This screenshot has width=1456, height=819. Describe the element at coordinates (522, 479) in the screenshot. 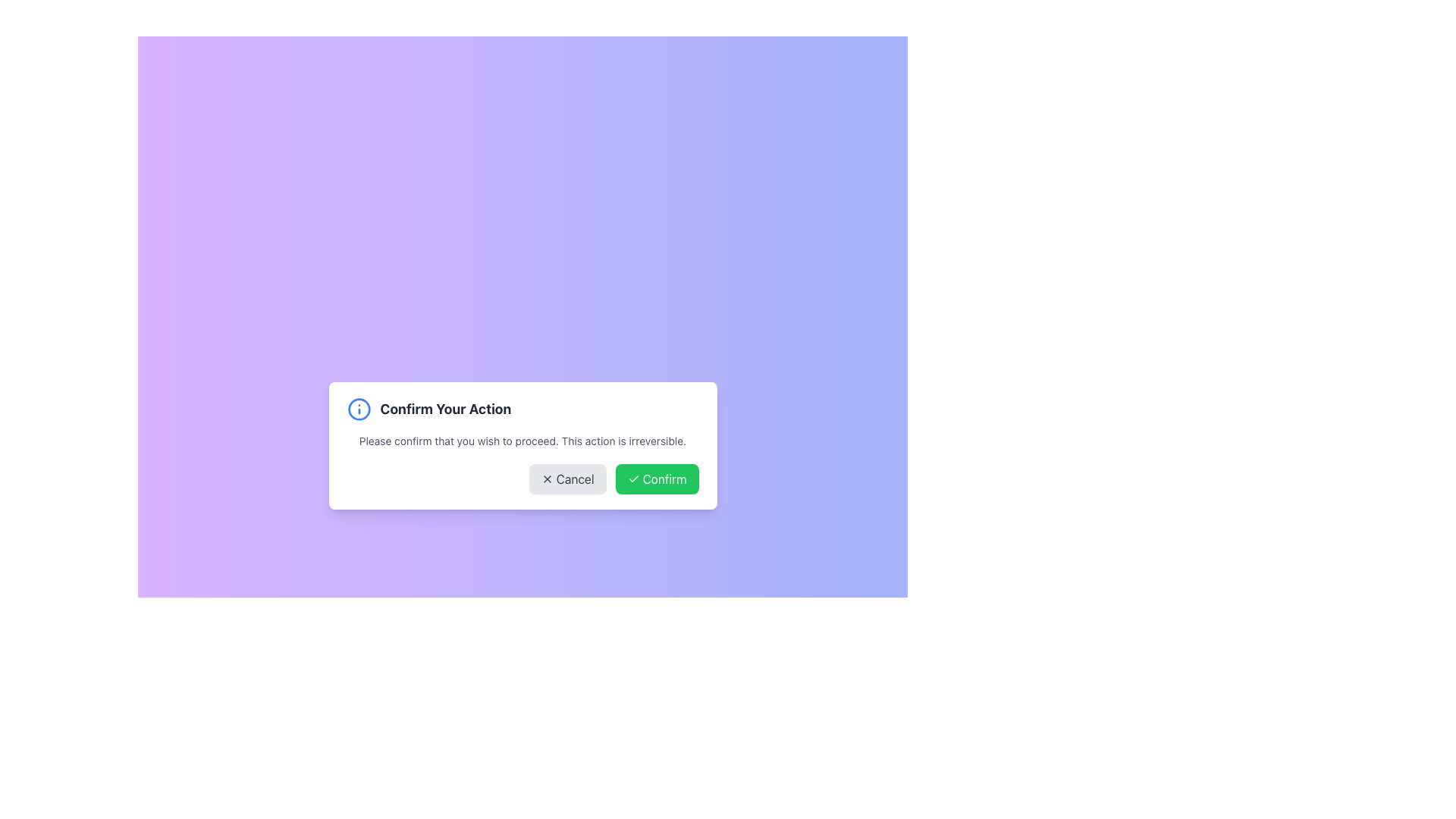

I see `the 'Cancel' button in the Button Group at the bottom center of the modal` at that location.